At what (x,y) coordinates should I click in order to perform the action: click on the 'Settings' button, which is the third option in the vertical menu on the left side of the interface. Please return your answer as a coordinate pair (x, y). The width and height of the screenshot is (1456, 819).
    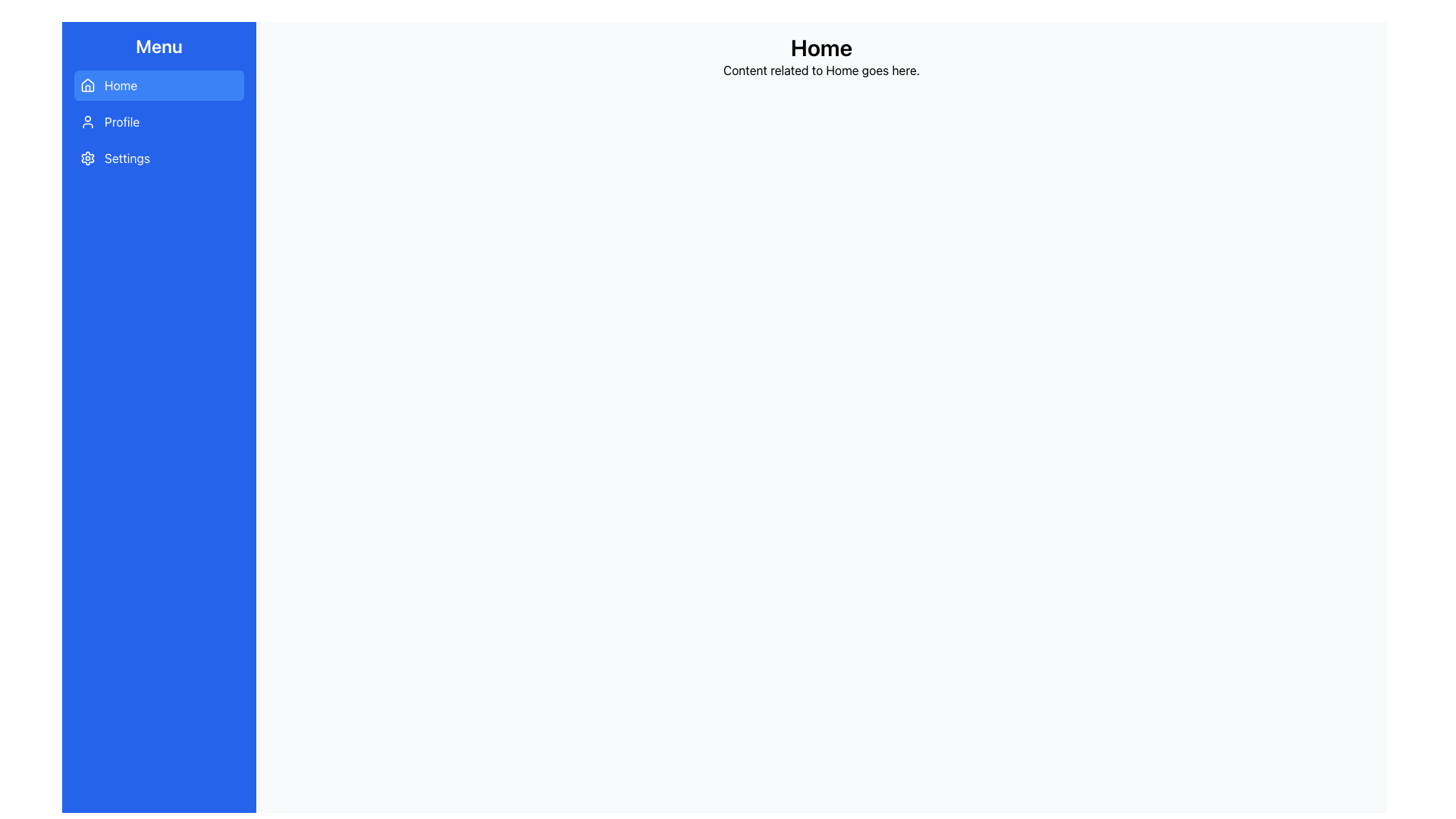
    Looking at the image, I should click on (159, 158).